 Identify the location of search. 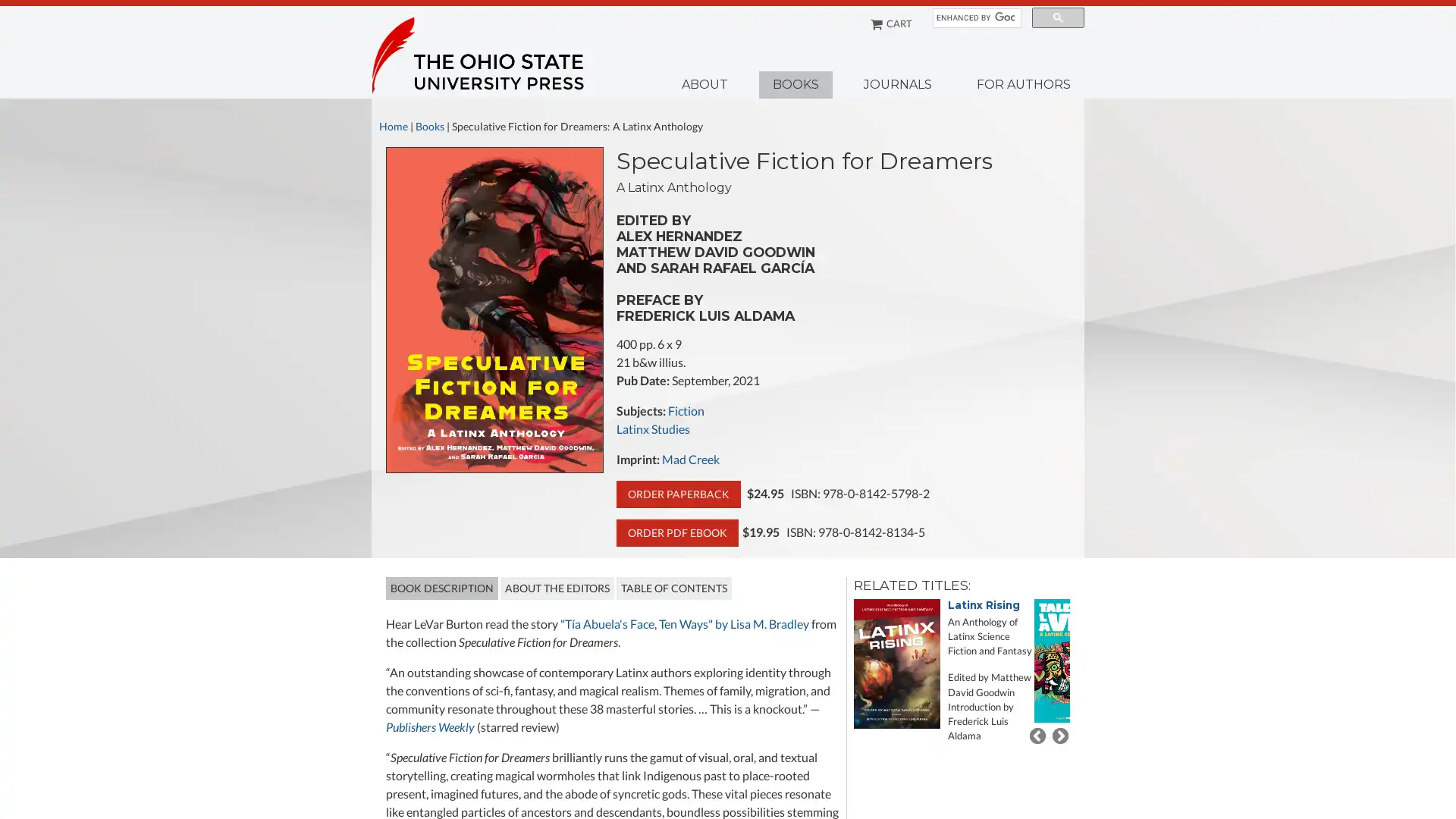
(1057, 17).